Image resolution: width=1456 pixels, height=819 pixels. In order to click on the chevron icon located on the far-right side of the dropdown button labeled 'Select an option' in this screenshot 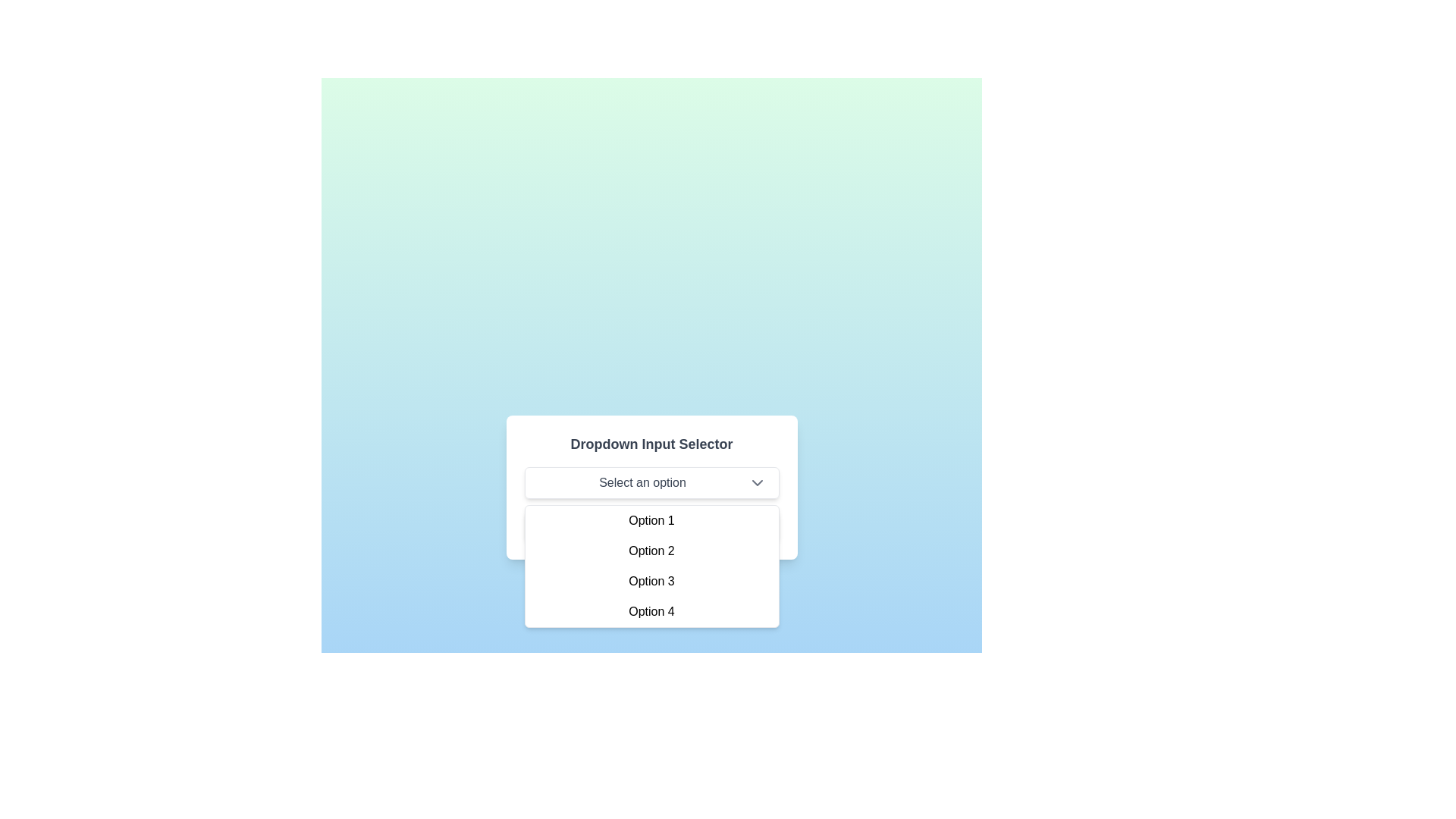, I will do `click(757, 482)`.